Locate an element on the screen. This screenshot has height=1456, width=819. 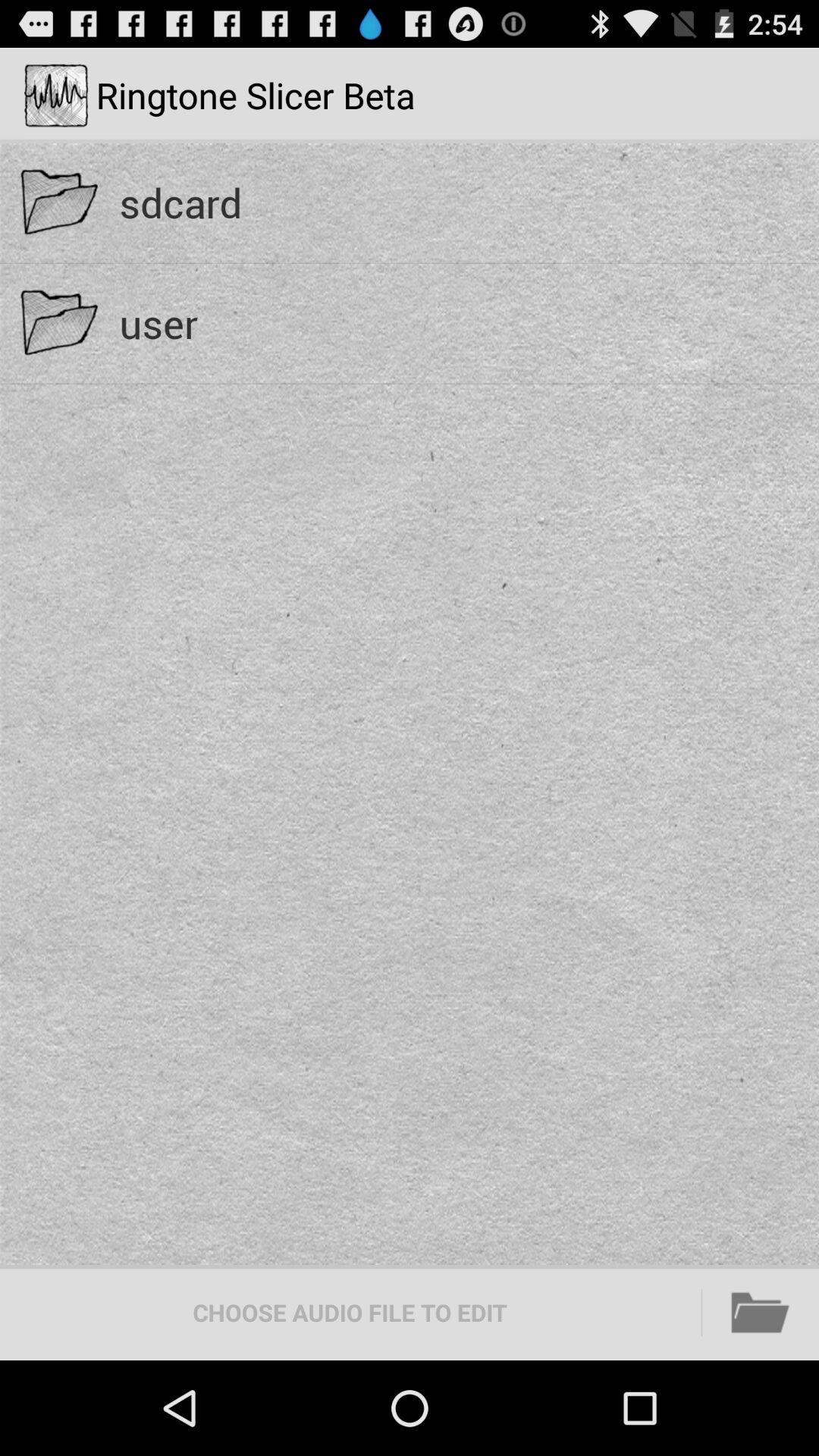
choose audio file is located at coordinates (350, 1312).